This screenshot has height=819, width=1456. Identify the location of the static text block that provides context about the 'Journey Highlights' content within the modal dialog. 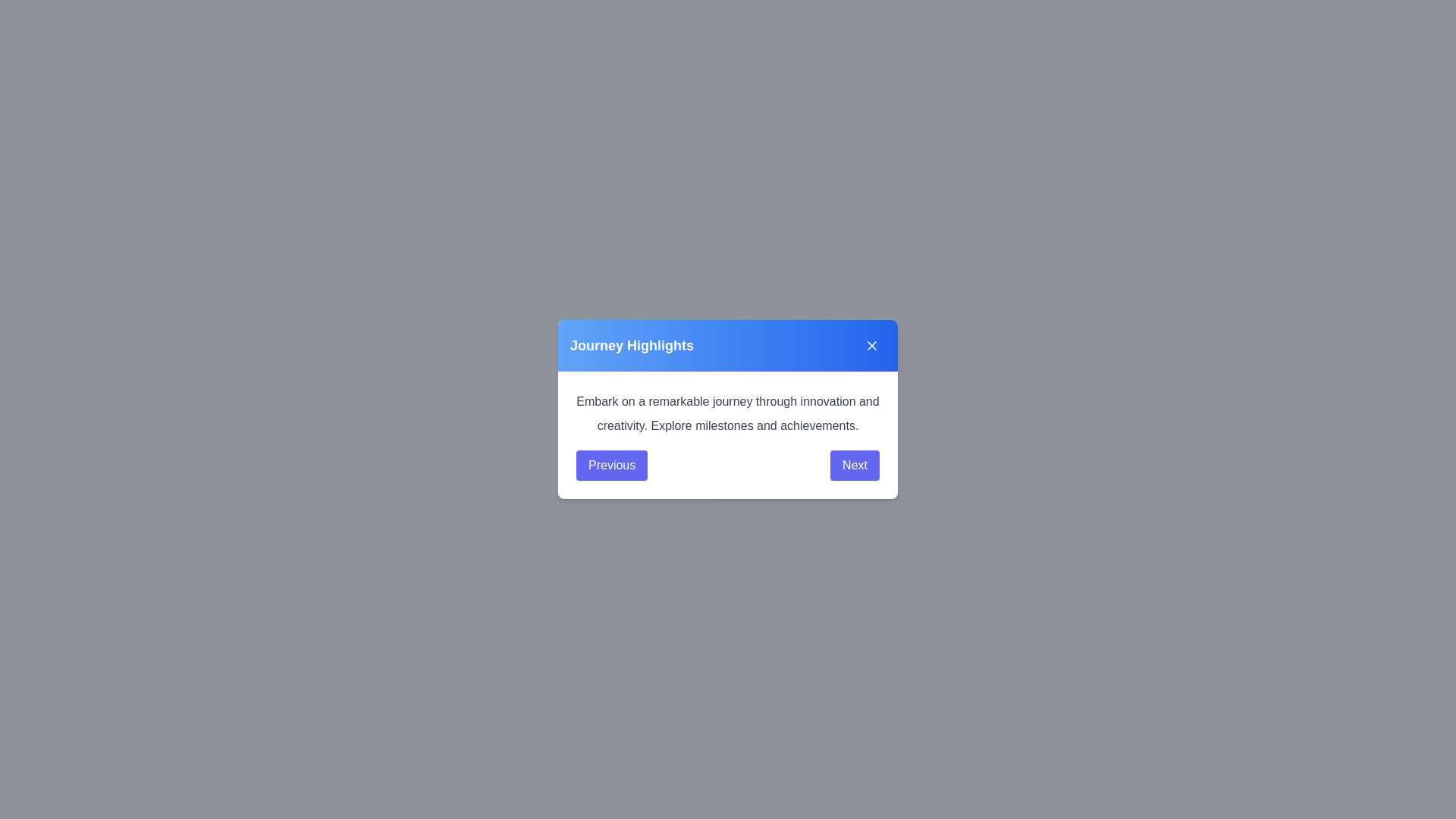
(728, 435).